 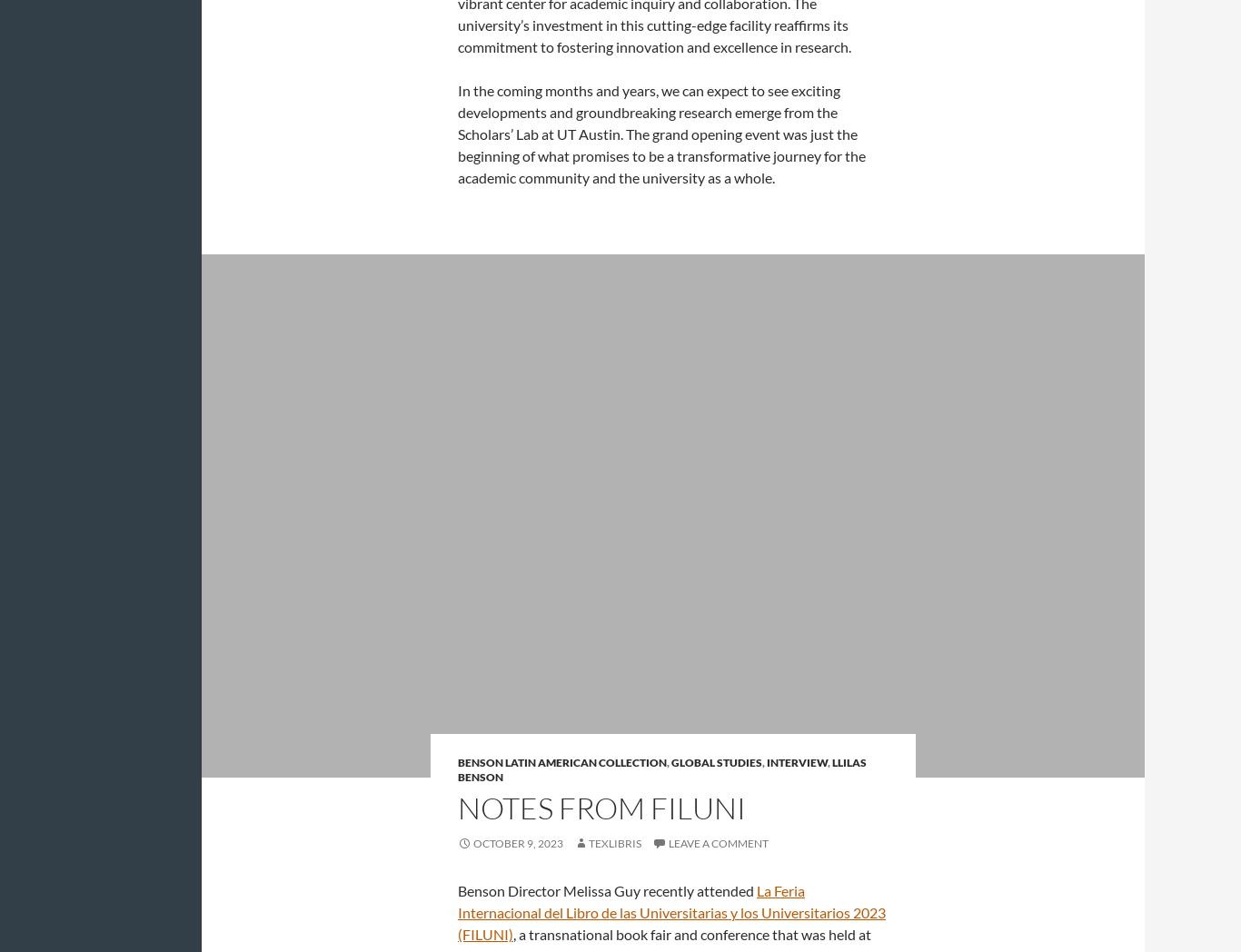 What do you see at coordinates (601, 807) in the screenshot?
I see `'Notes from FILUNI'` at bounding box center [601, 807].